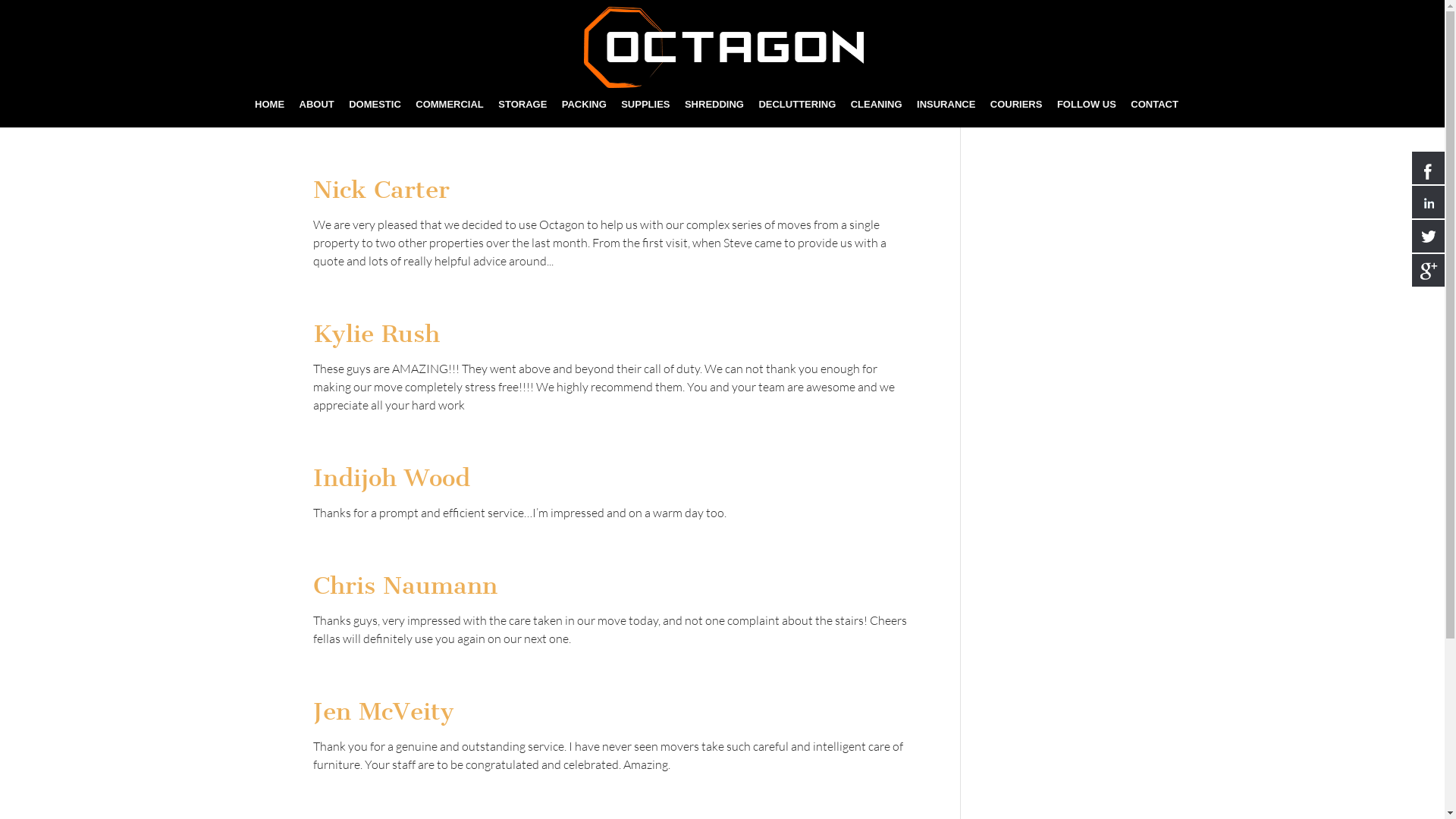 Image resolution: width=1456 pixels, height=819 pixels. What do you see at coordinates (255, 112) in the screenshot?
I see `'HOME'` at bounding box center [255, 112].